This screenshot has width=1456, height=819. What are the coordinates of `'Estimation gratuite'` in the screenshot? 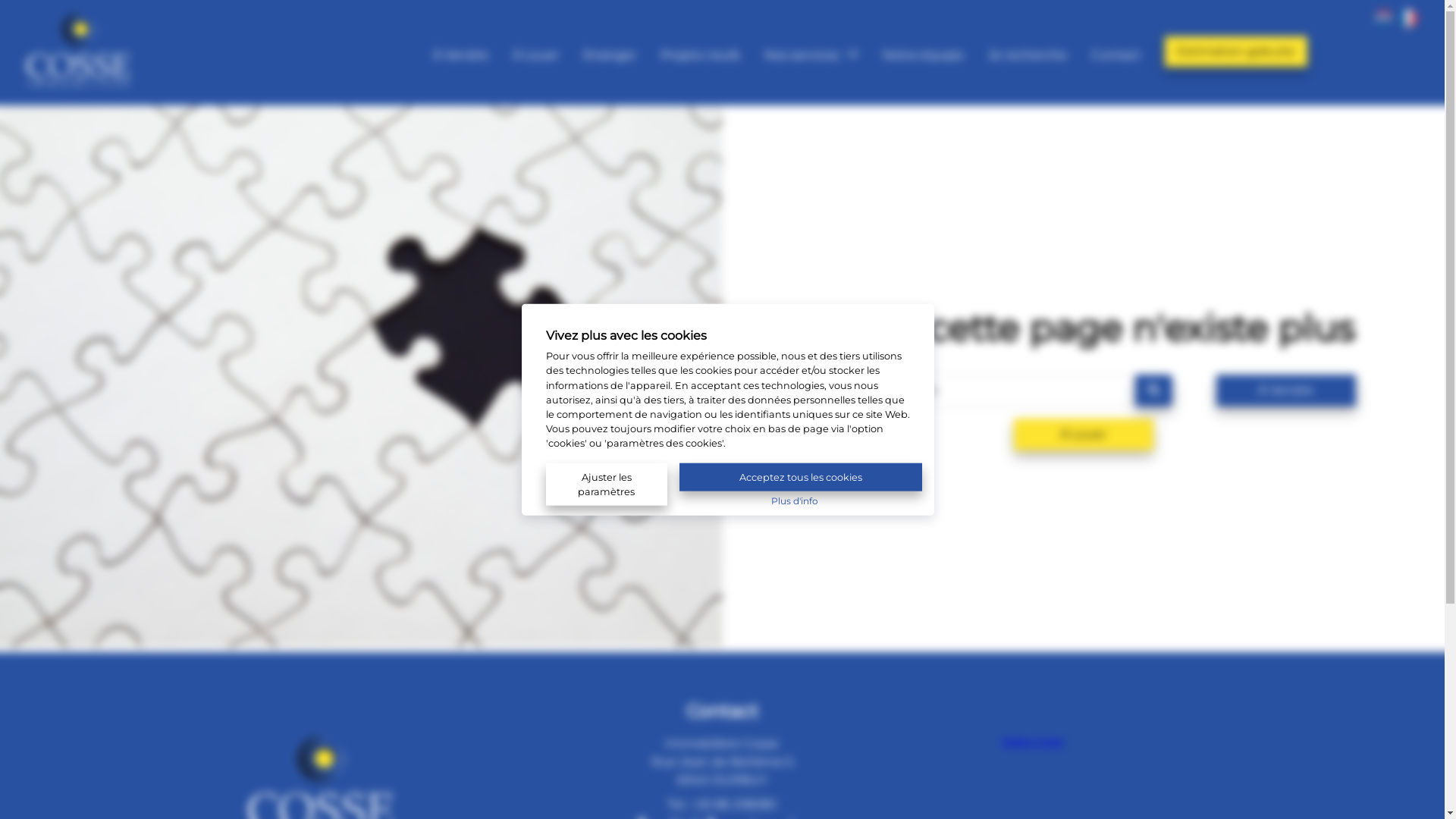 It's located at (1236, 49).